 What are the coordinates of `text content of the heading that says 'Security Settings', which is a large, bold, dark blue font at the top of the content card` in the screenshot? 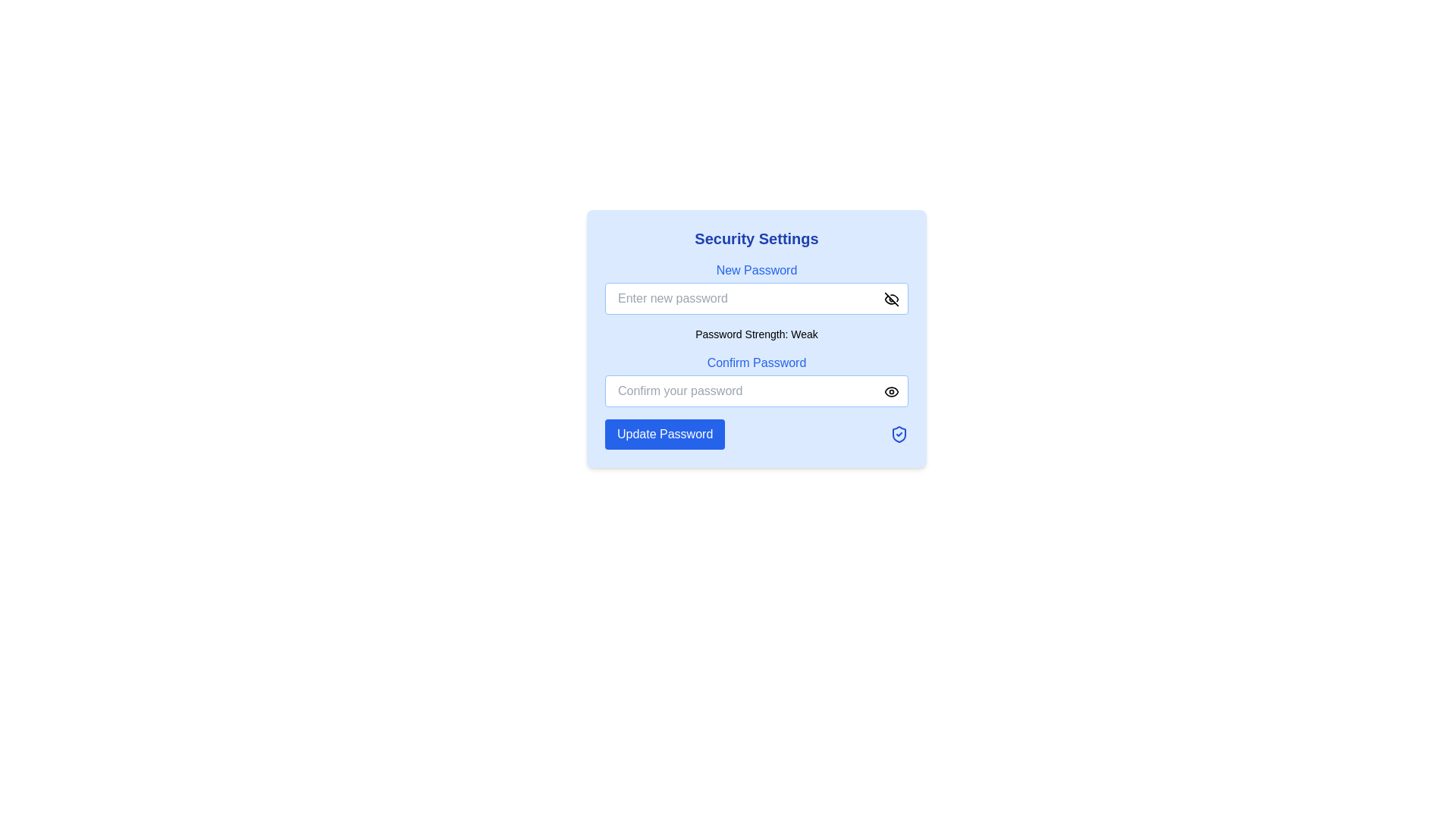 It's located at (757, 239).